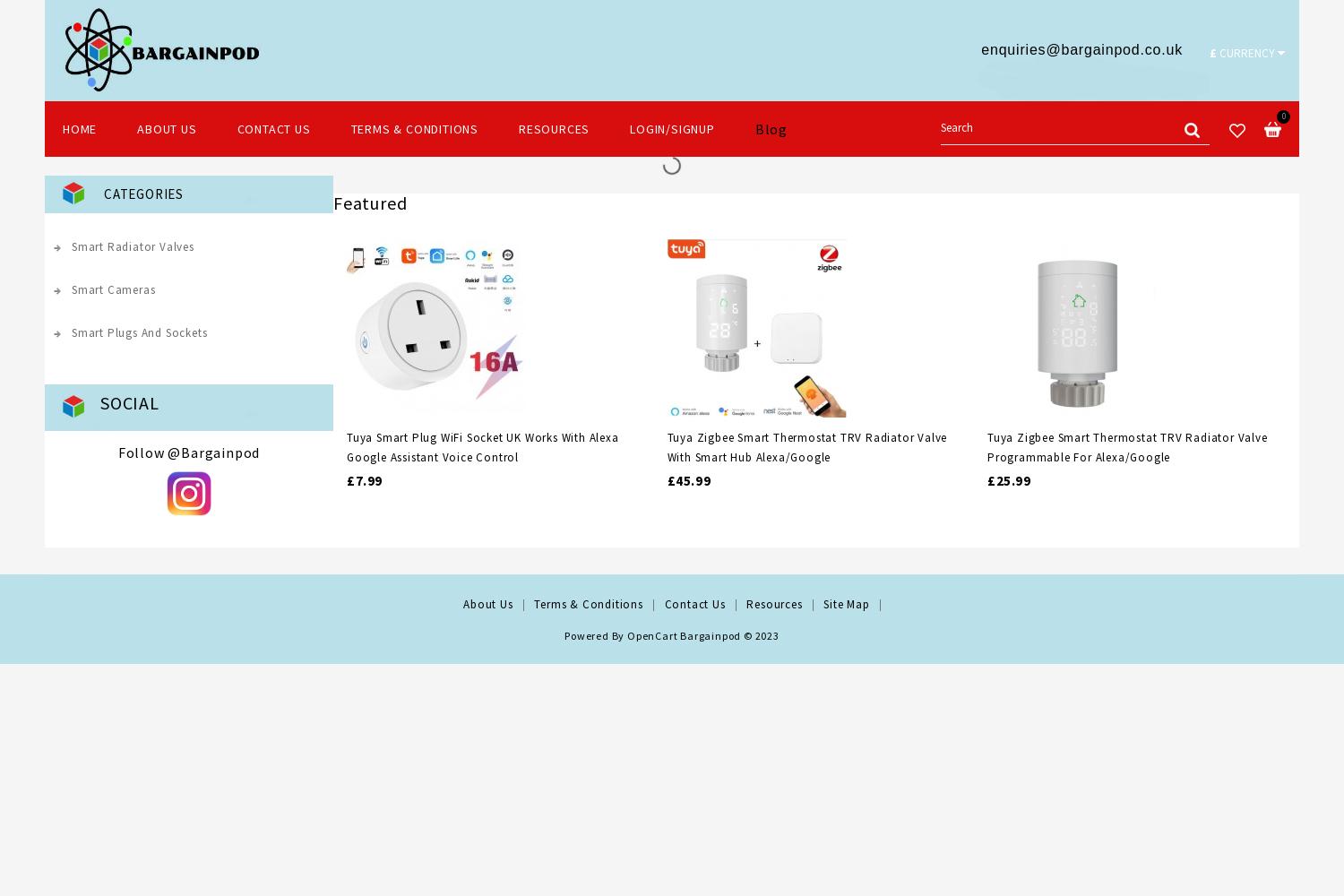 The height and width of the screenshot is (896, 1344). Describe the element at coordinates (1284, 116) in the screenshot. I see `'0'` at that location.